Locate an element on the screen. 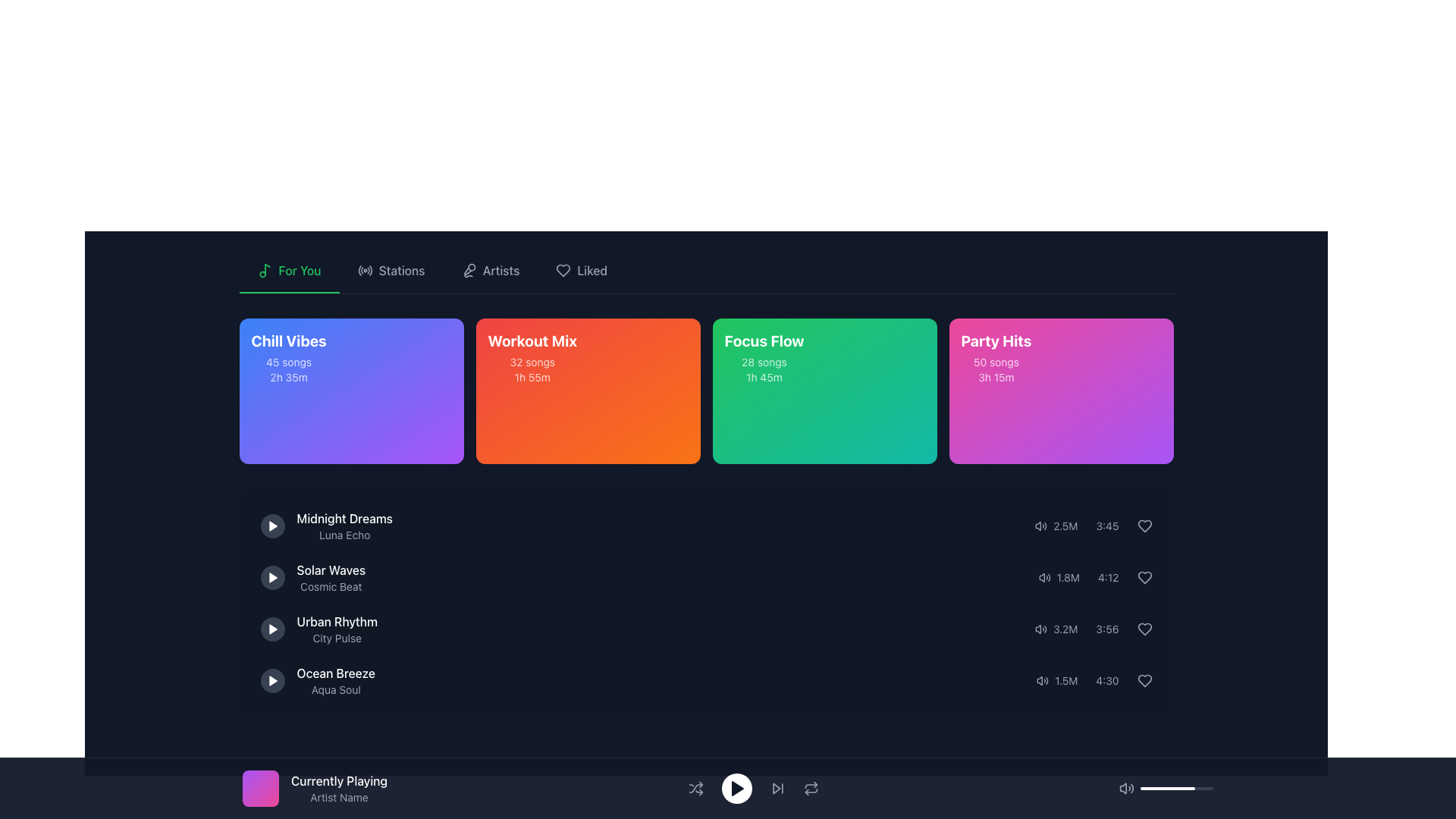 Image resolution: width=1456 pixels, height=819 pixels. the circular radio signal icon located on the navigation bar, positioned to the left of the 'Artists' label and to the right of the 'For You' label is located at coordinates (365, 270).